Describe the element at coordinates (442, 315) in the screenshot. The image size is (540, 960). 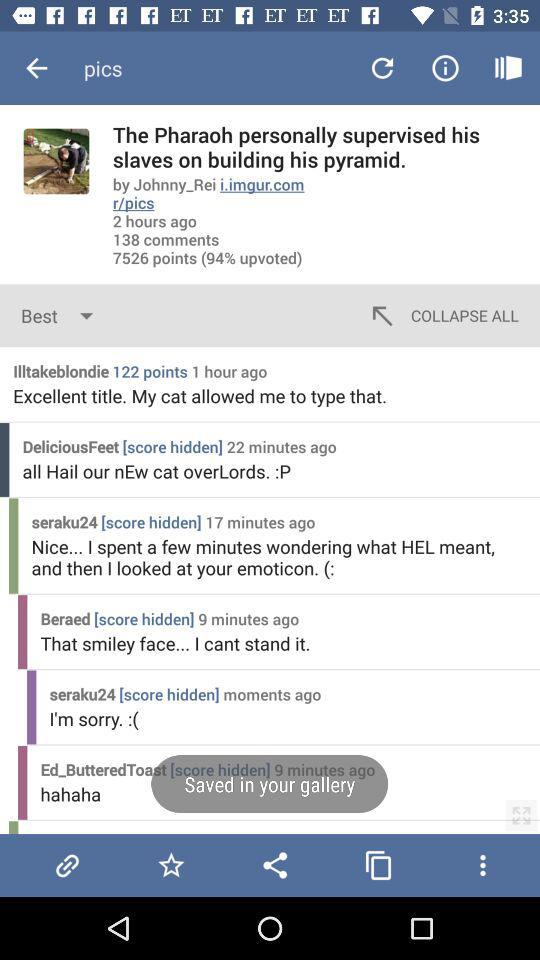
I see `collapse all` at that location.